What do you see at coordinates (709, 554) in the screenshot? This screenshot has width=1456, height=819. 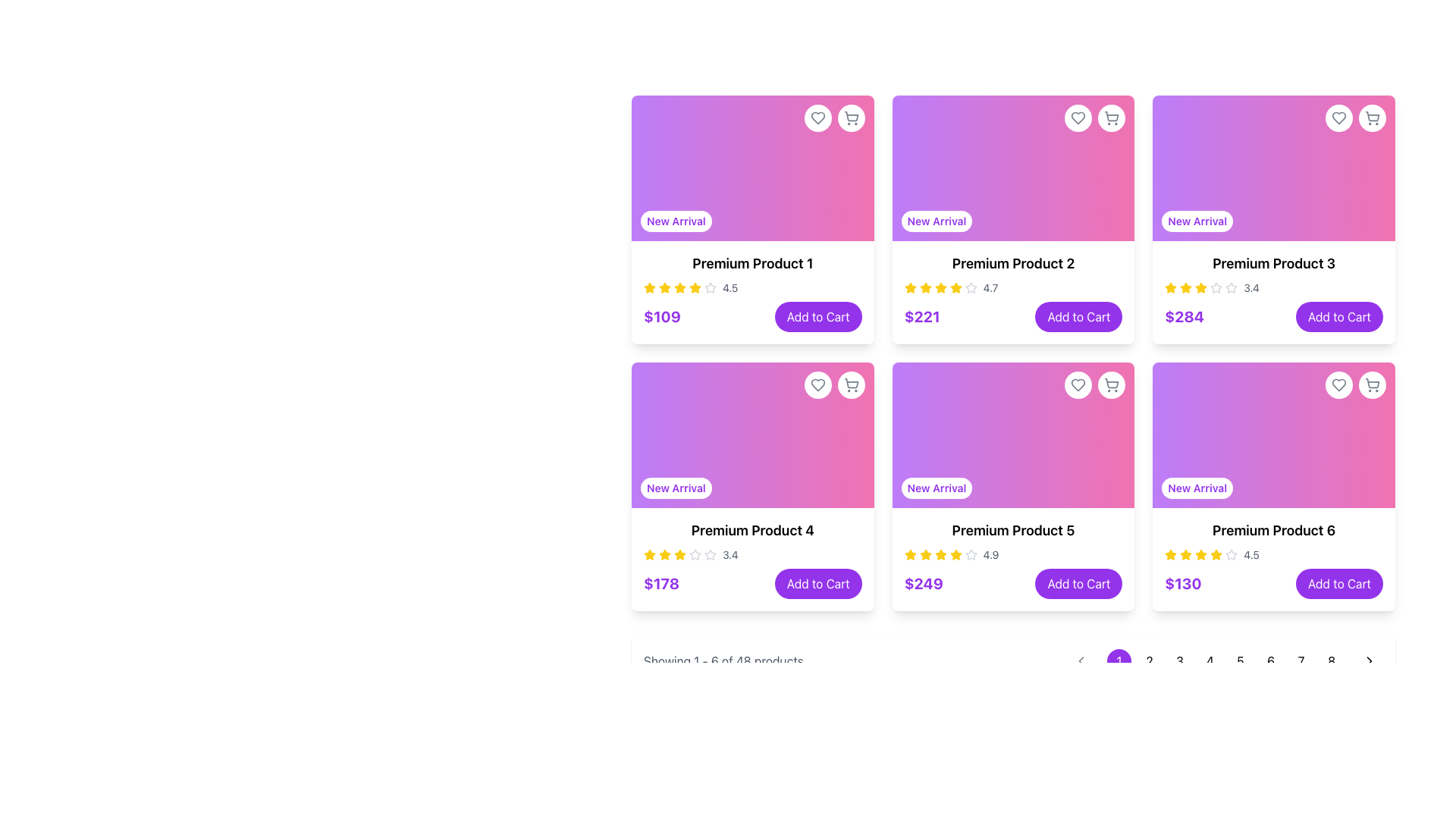 I see `the fourth star icon indicating the user rating for 'Premium Product 4', located in the second row and first column of the product grid` at bounding box center [709, 554].